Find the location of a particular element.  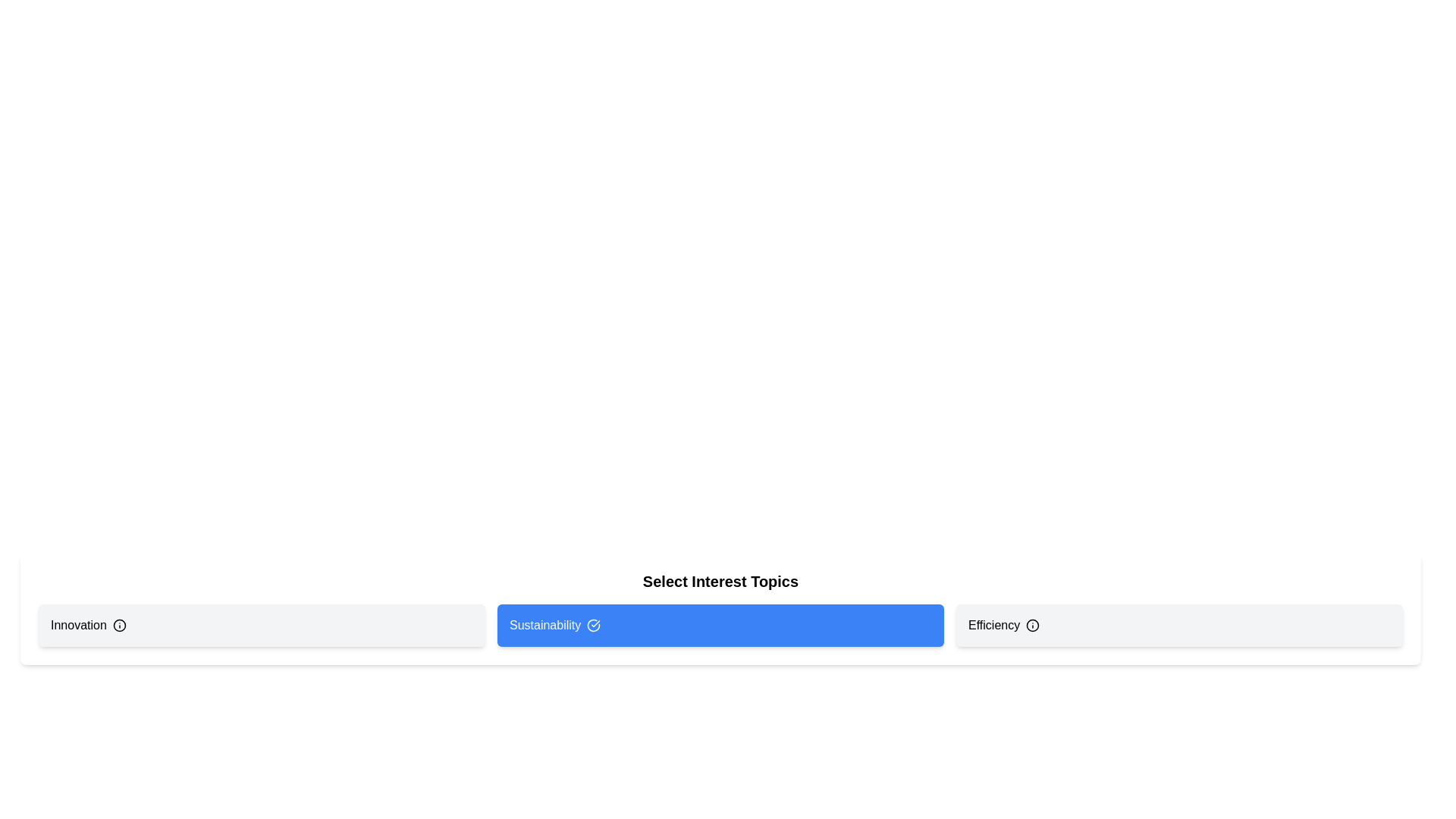

the tag Efficiency to observe its hover state or tooltip is located at coordinates (1178, 626).